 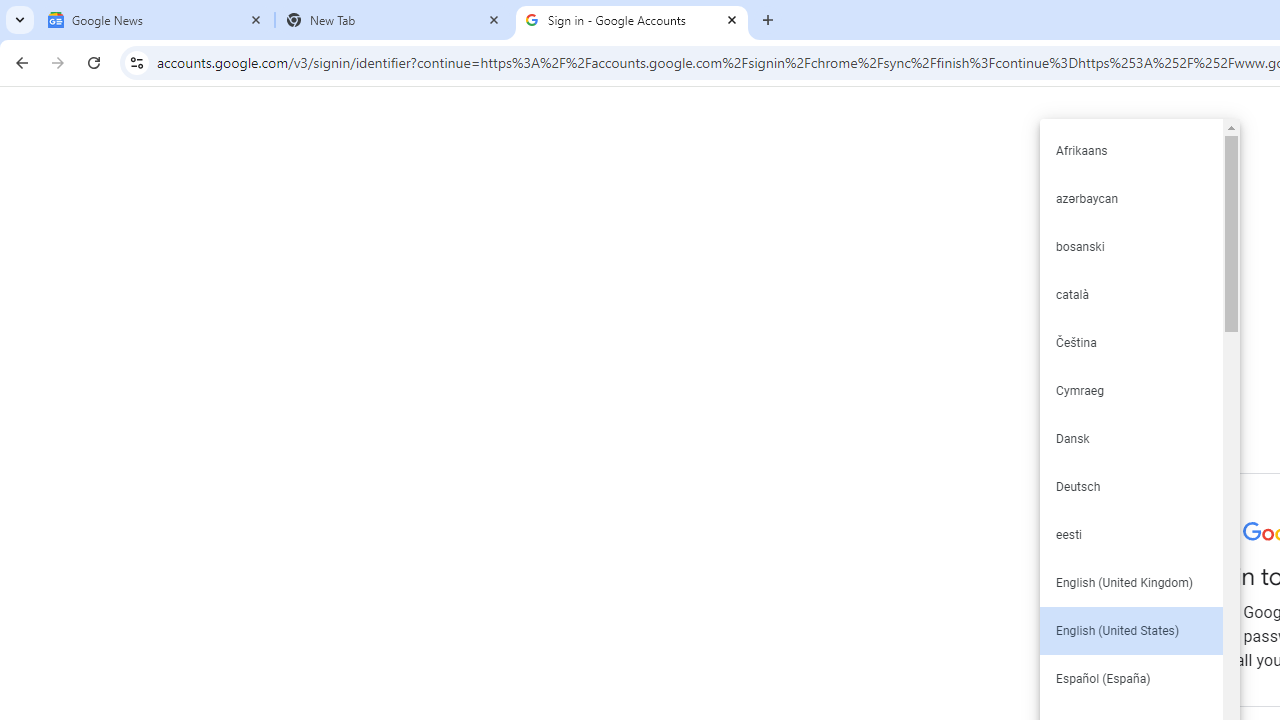 I want to click on 'English (United Kingdom)', so click(x=1130, y=582).